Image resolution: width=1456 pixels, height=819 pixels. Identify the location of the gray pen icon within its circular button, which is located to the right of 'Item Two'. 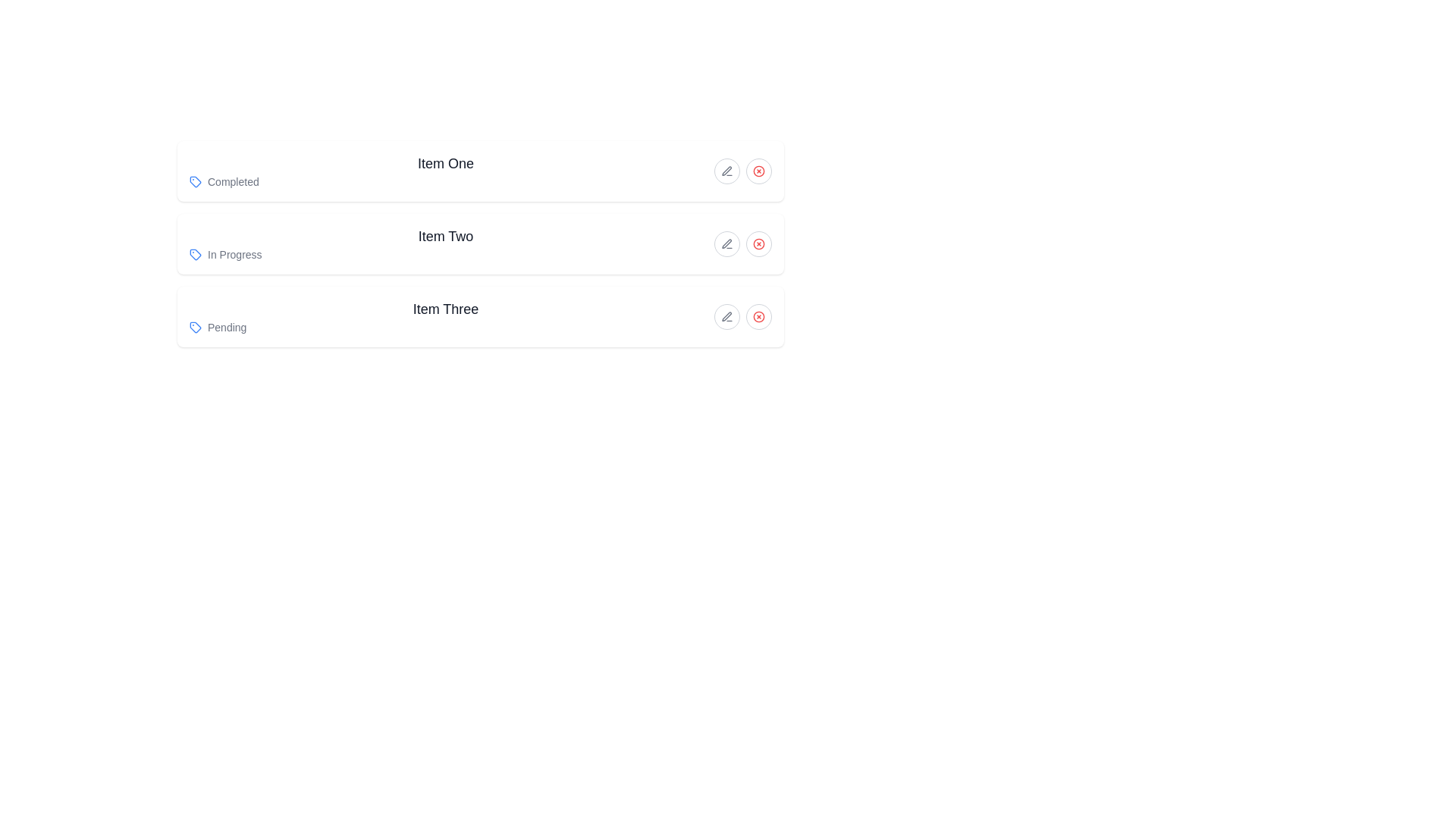
(726, 315).